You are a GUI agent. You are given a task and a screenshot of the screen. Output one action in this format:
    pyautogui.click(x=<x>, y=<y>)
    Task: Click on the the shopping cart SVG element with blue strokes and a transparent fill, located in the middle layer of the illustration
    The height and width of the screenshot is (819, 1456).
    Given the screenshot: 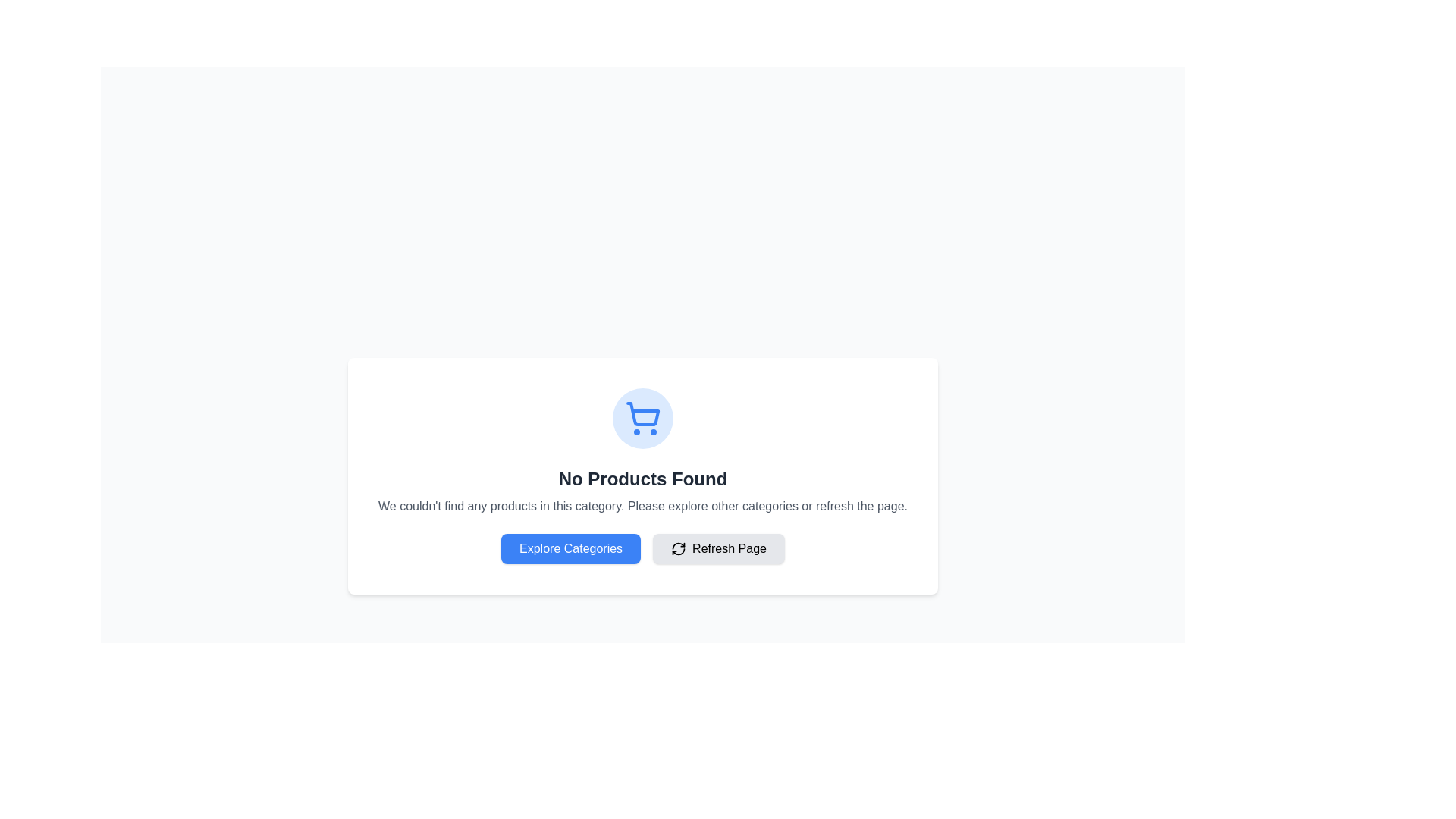 What is the action you would take?
    pyautogui.click(x=643, y=414)
    